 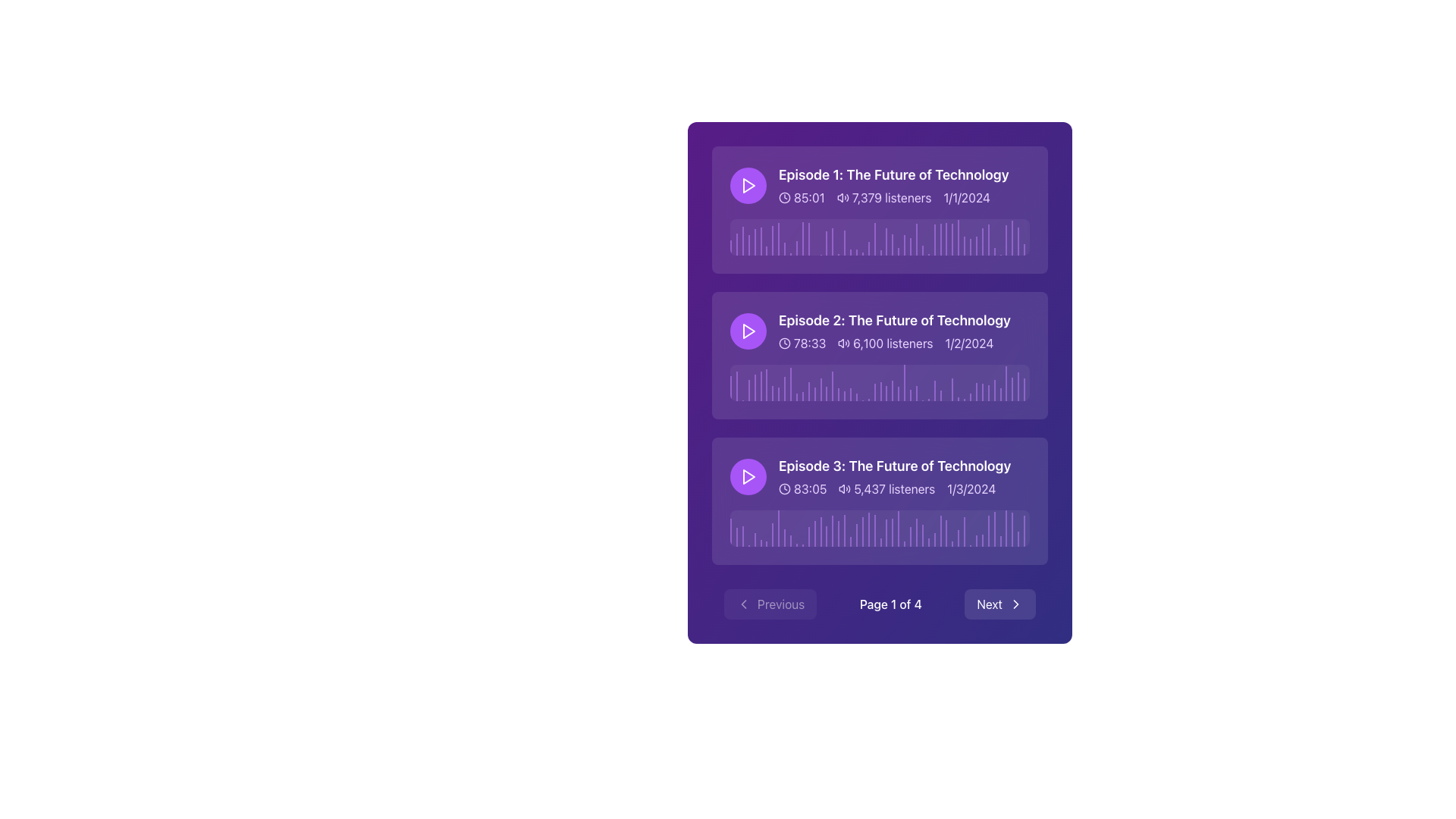 What do you see at coordinates (899, 393) in the screenshot?
I see `the position of the Progress indicator, a vertical purple line located within the waveform of the second episode, at approximately the 56% mark` at bounding box center [899, 393].